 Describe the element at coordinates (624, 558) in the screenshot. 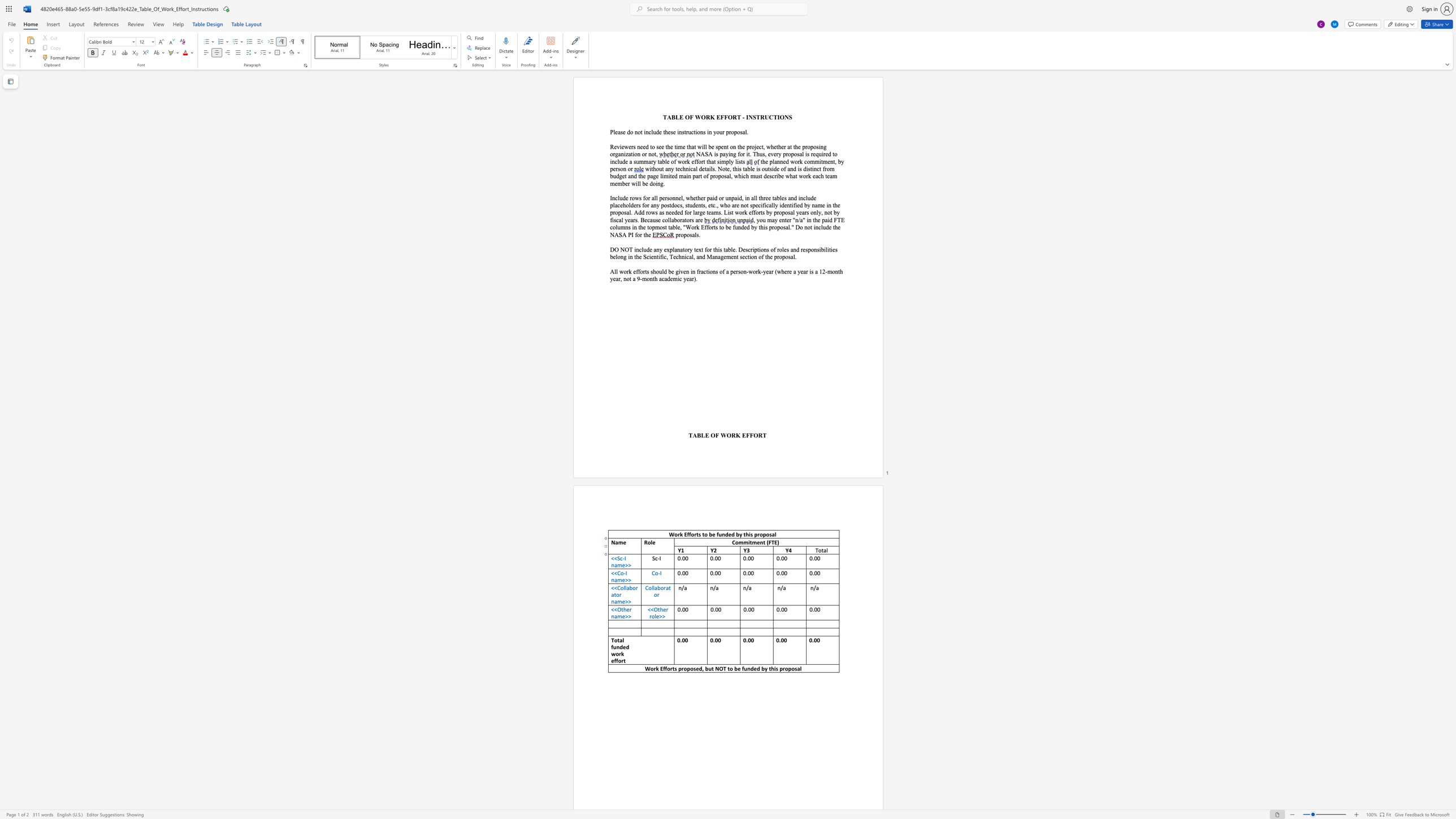

I see `the space between the continuous character "-" and "I" in the text` at that location.